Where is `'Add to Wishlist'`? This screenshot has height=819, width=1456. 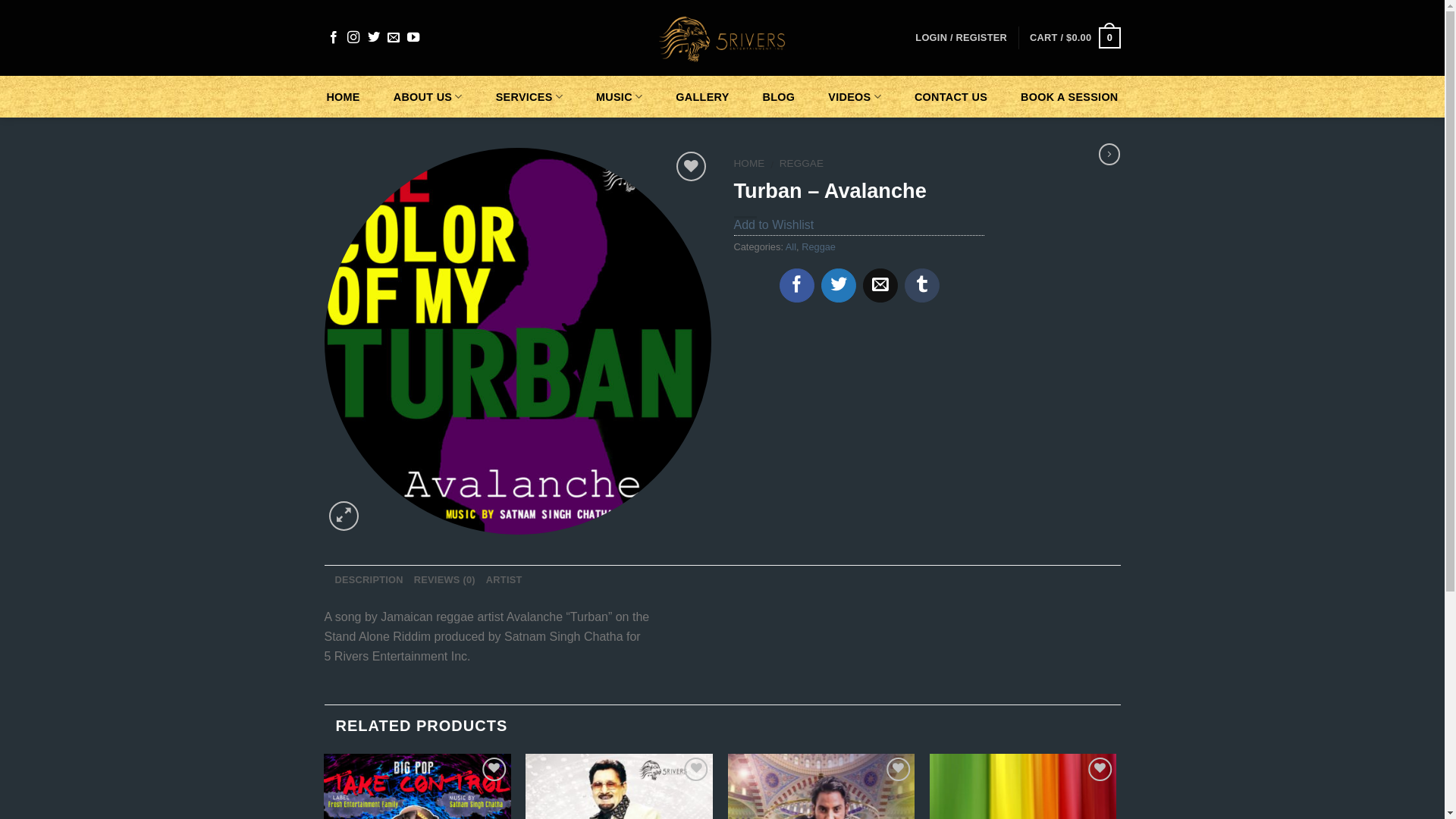 'Add to Wishlist' is located at coordinates (774, 224).